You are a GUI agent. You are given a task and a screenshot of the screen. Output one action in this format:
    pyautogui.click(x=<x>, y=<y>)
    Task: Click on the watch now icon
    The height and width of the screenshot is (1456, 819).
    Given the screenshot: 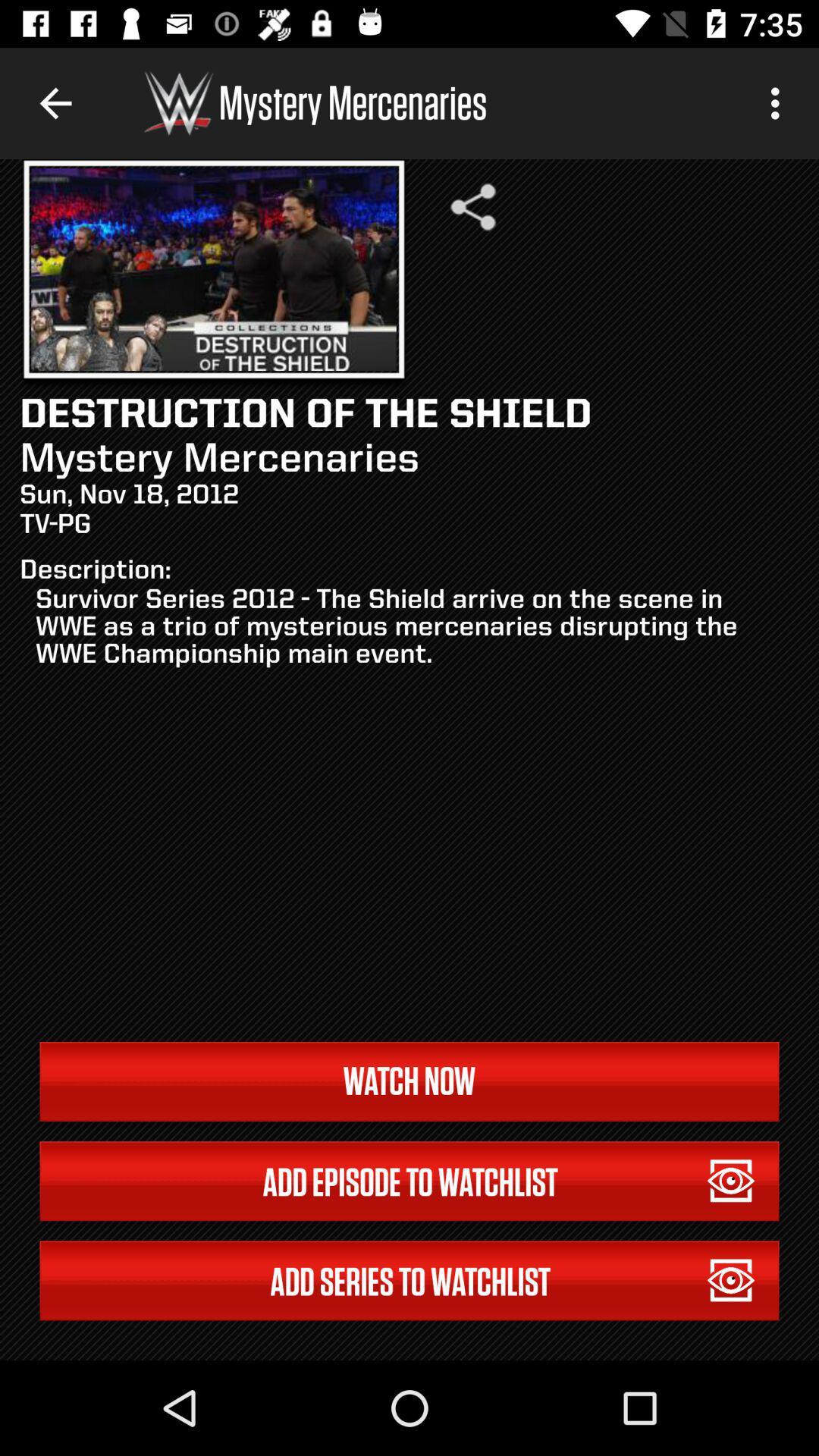 What is the action you would take?
    pyautogui.click(x=409, y=1081)
    